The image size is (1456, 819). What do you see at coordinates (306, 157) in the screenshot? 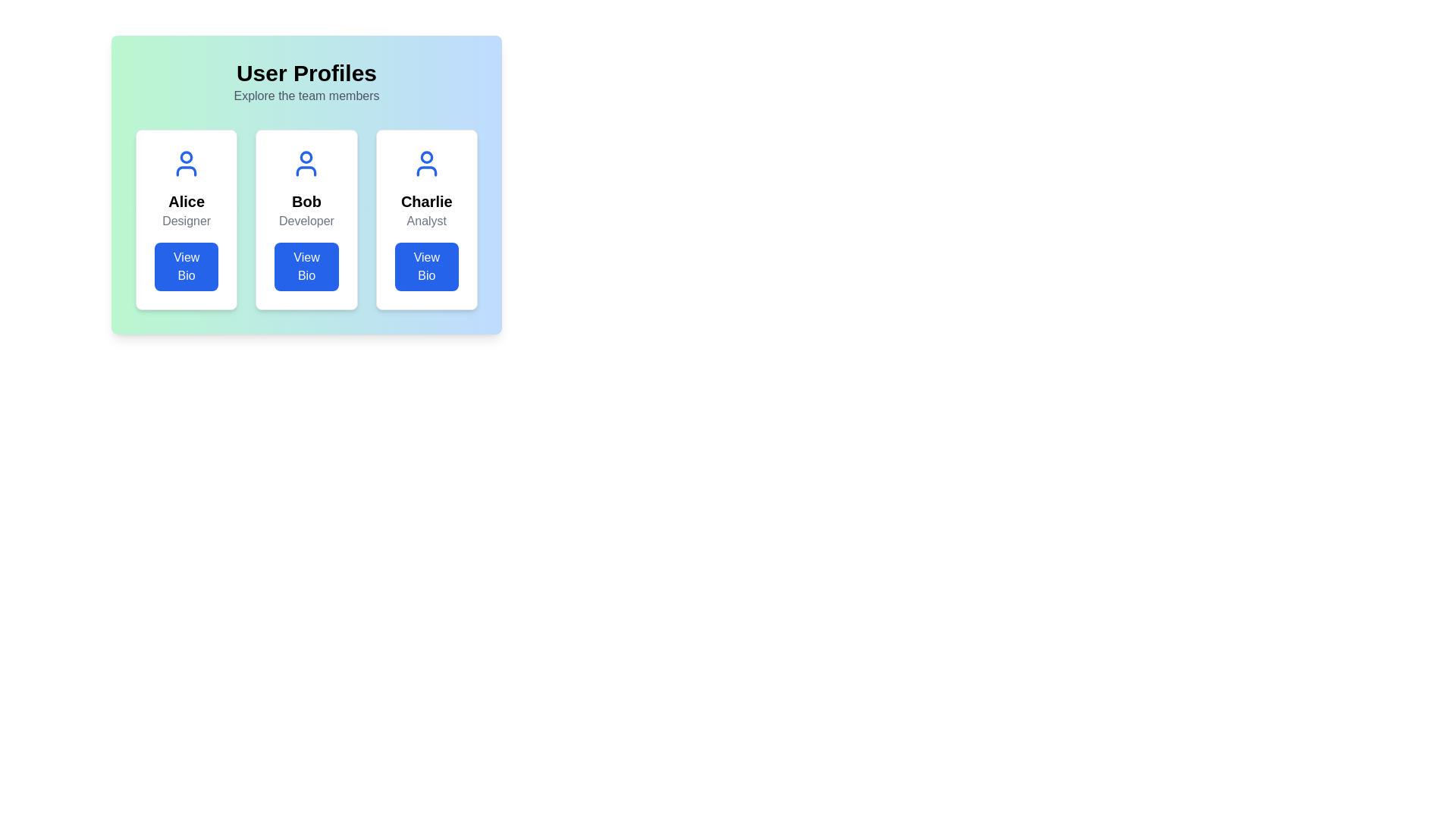
I see `the circular icon component representing a person, located in the center of the card labeled 'Bob'` at bounding box center [306, 157].